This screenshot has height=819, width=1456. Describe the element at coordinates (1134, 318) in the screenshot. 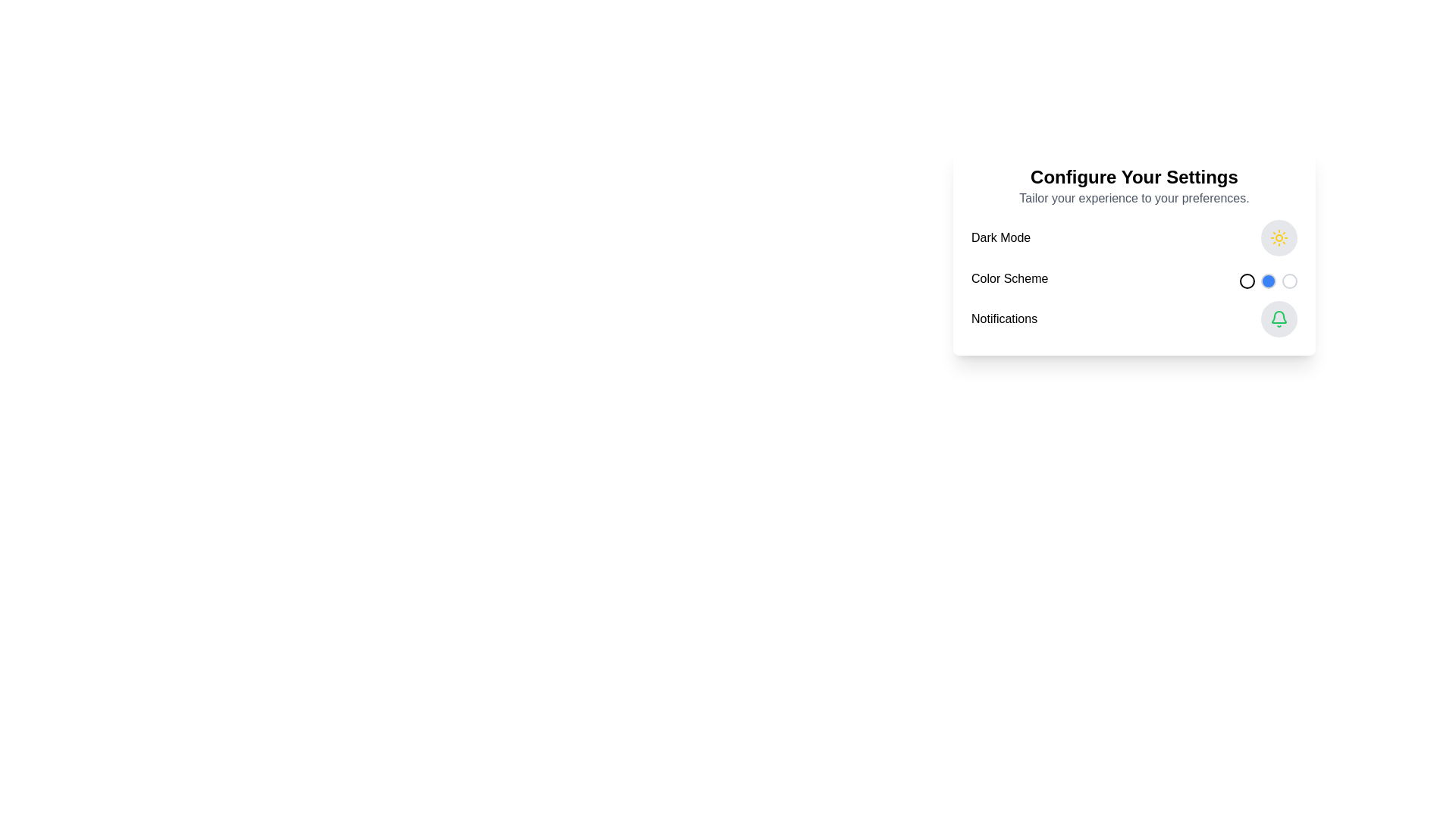

I see `the 'Notifications' settings option in the 'Configure Your Settings' panel` at that location.